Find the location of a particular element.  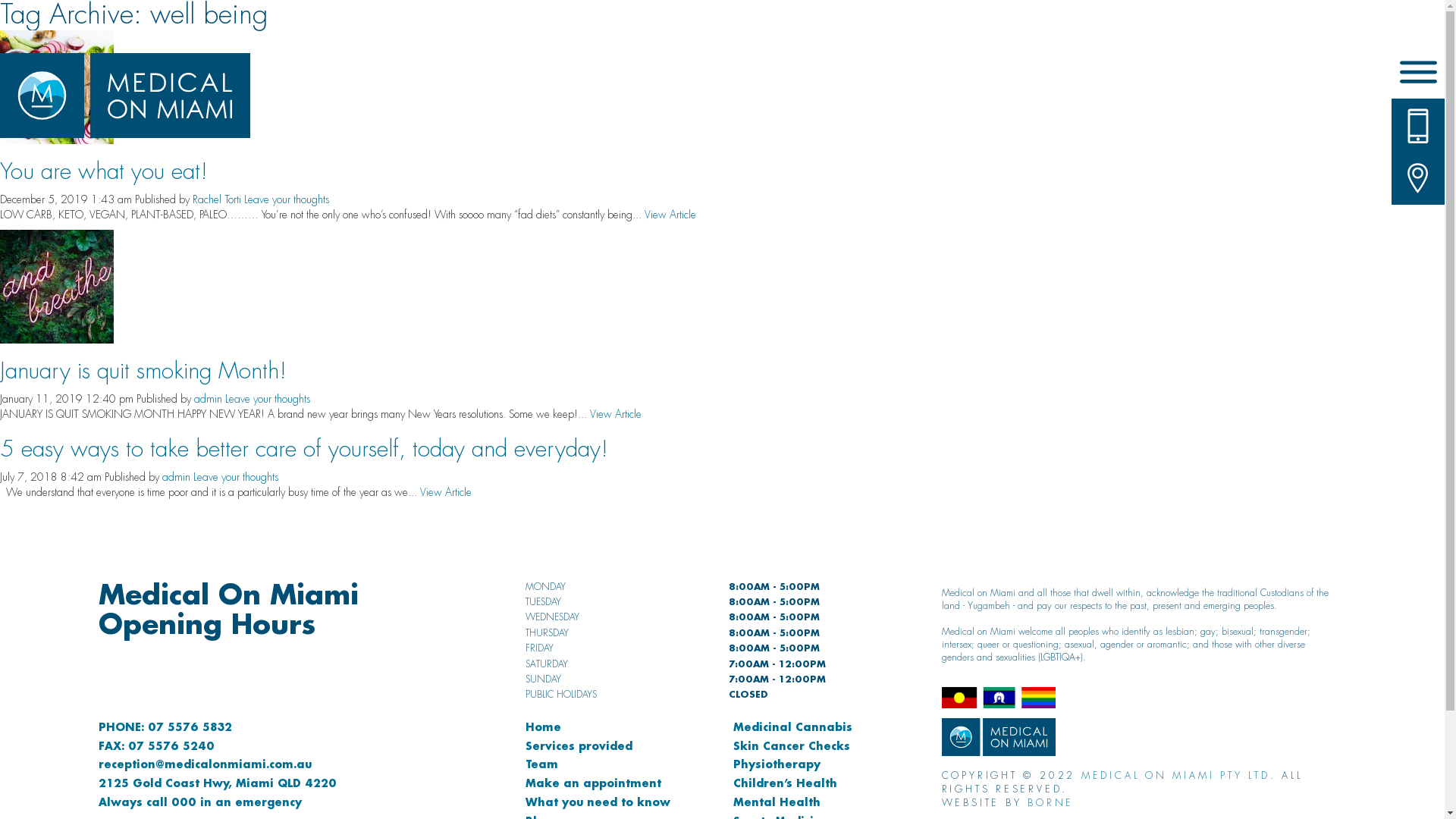

'View Article' is located at coordinates (669, 214).